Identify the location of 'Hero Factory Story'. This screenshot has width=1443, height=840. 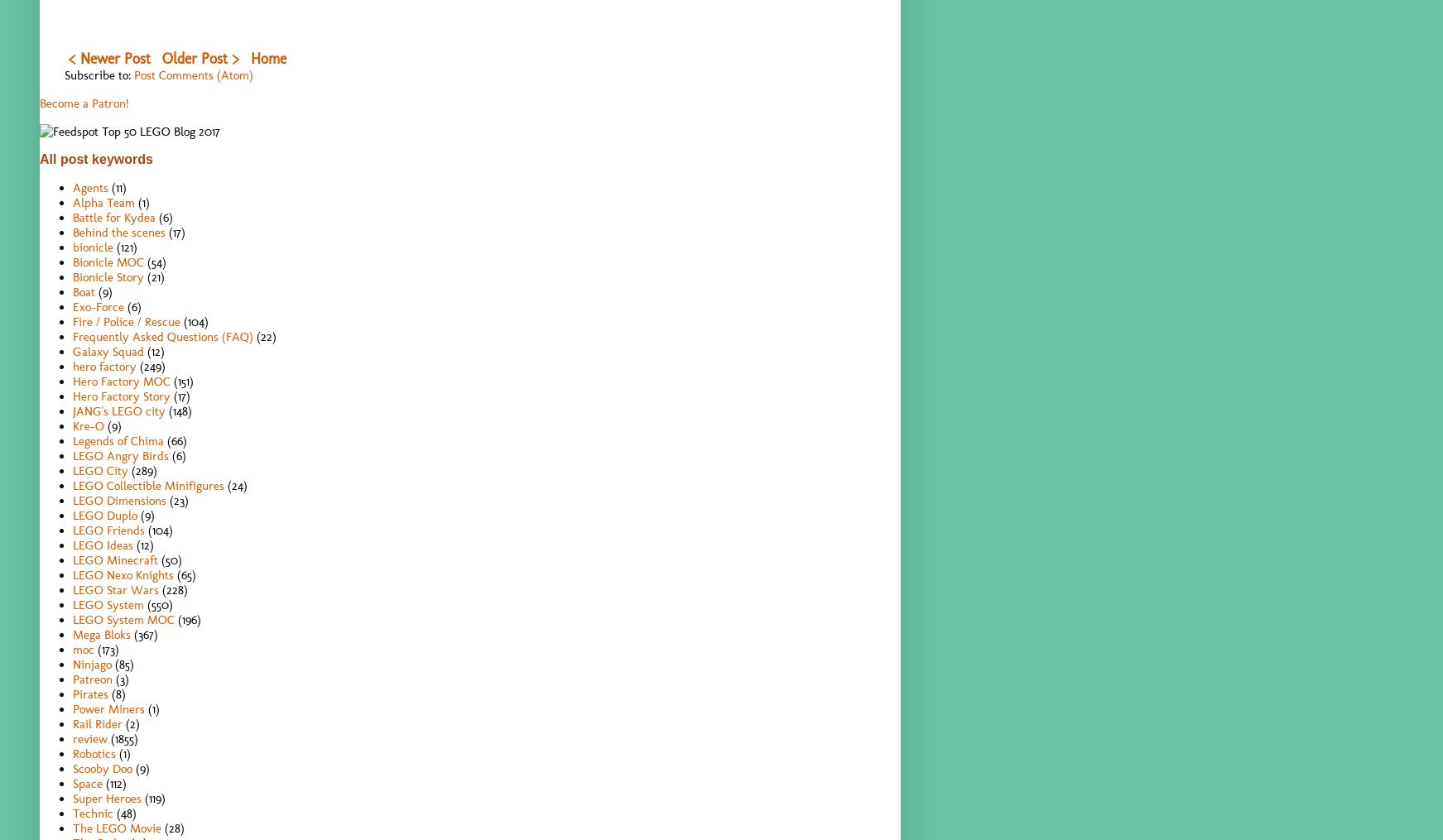
(121, 394).